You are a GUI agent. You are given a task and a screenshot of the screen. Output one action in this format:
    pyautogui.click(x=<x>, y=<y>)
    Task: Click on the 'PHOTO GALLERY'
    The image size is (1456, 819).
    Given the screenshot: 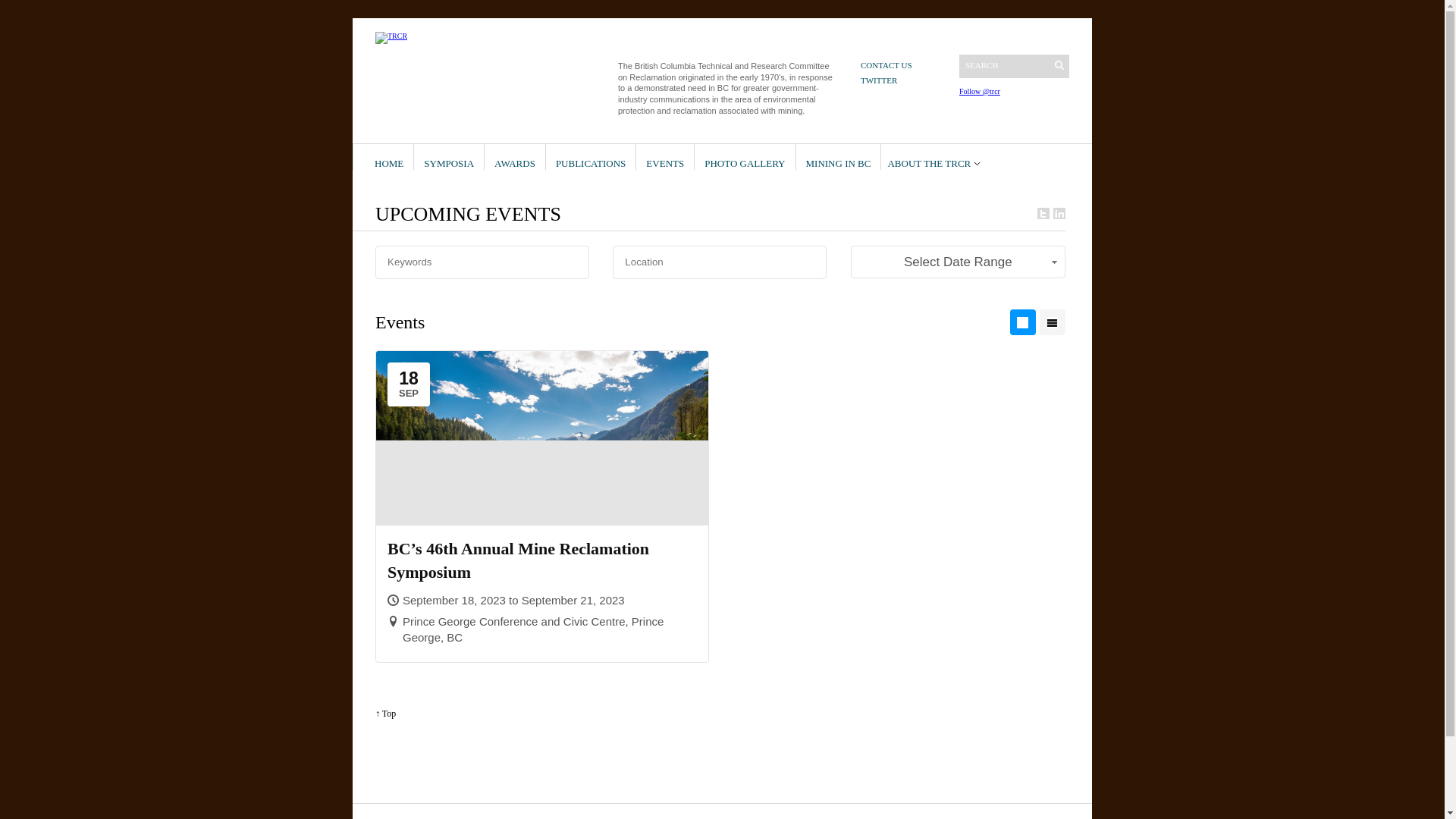 What is the action you would take?
    pyautogui.click(x=745, y=157)
    